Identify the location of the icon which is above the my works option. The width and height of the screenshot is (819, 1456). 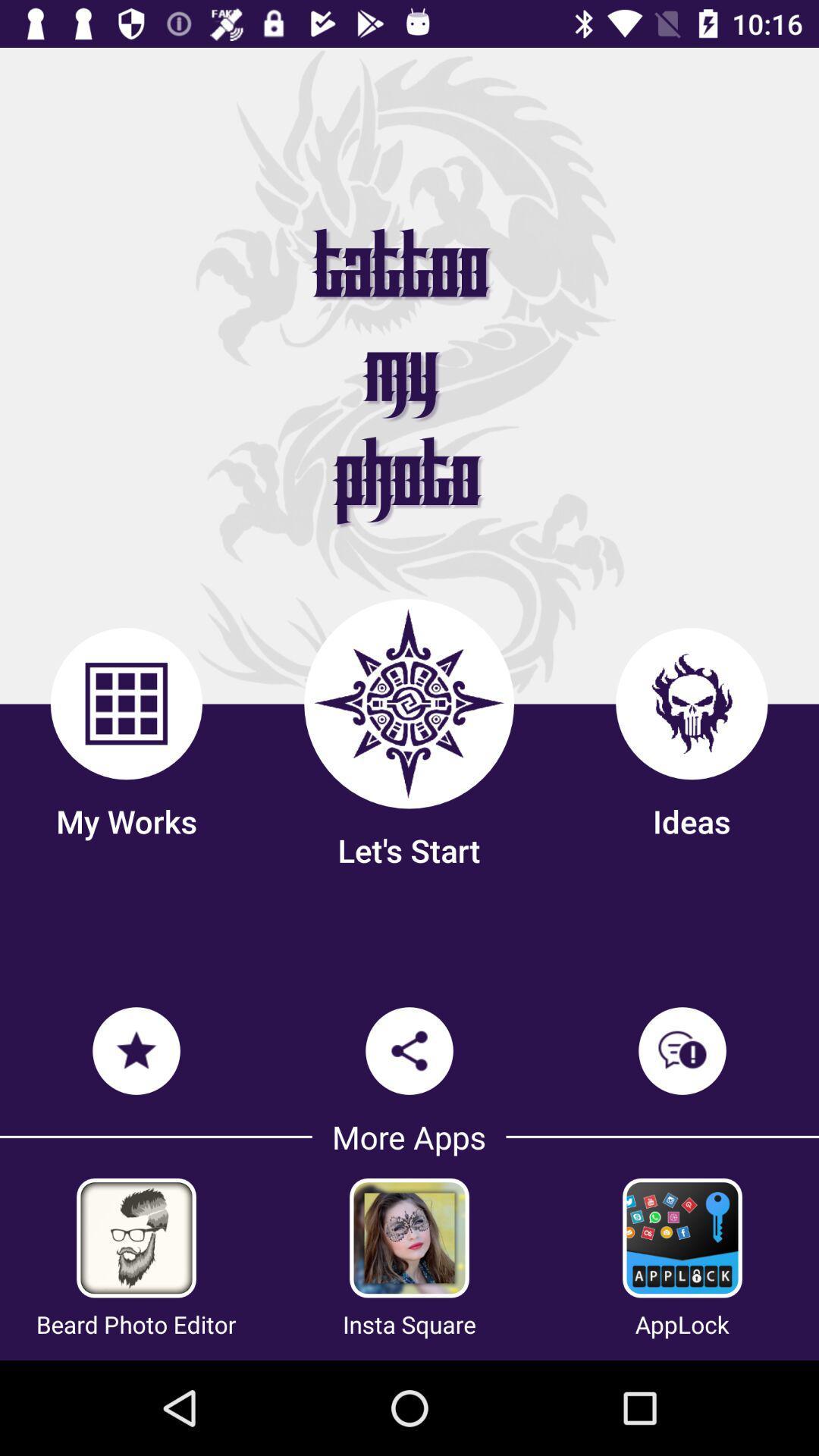
(125, 702).